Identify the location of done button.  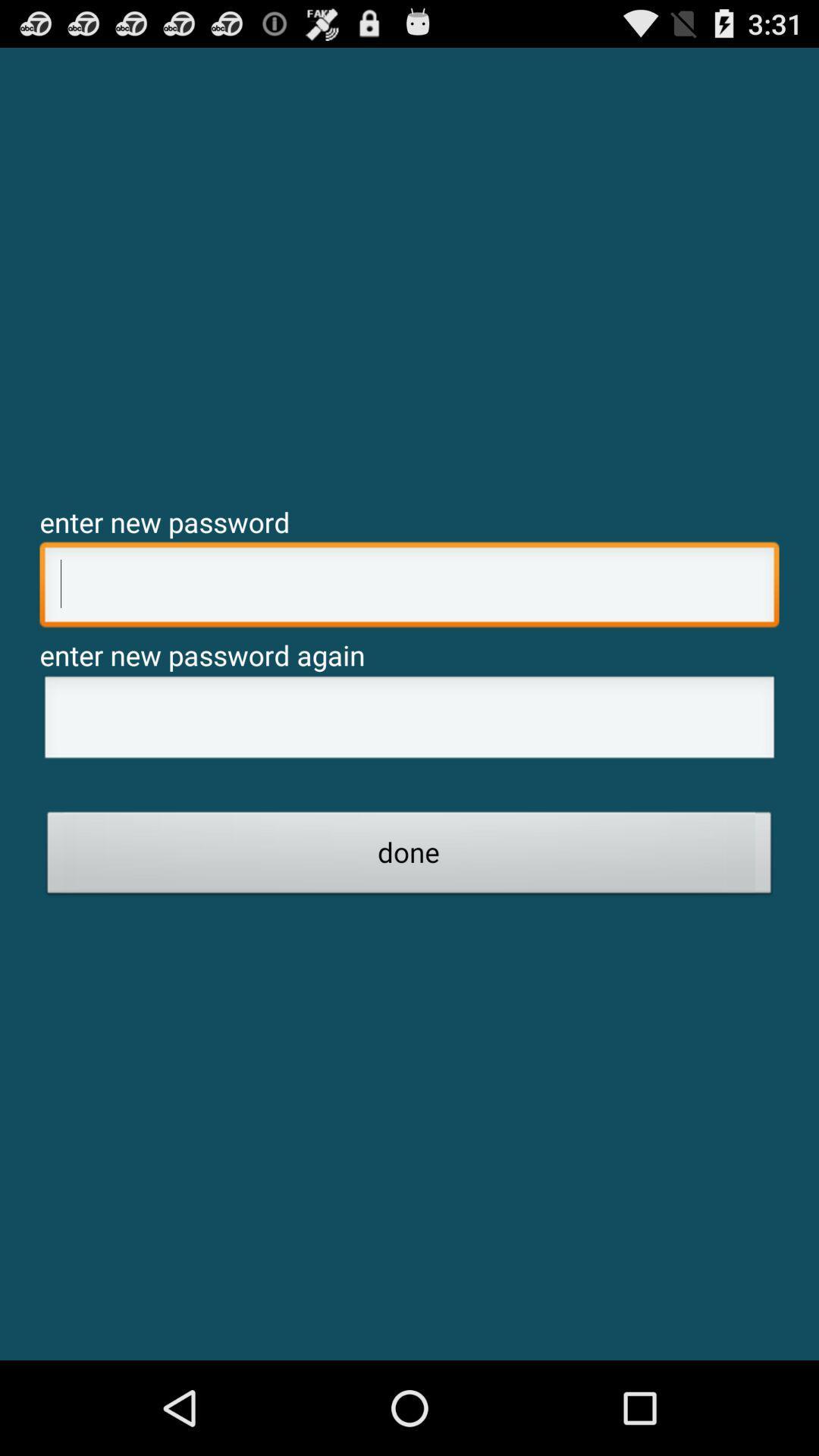
(409, 857).